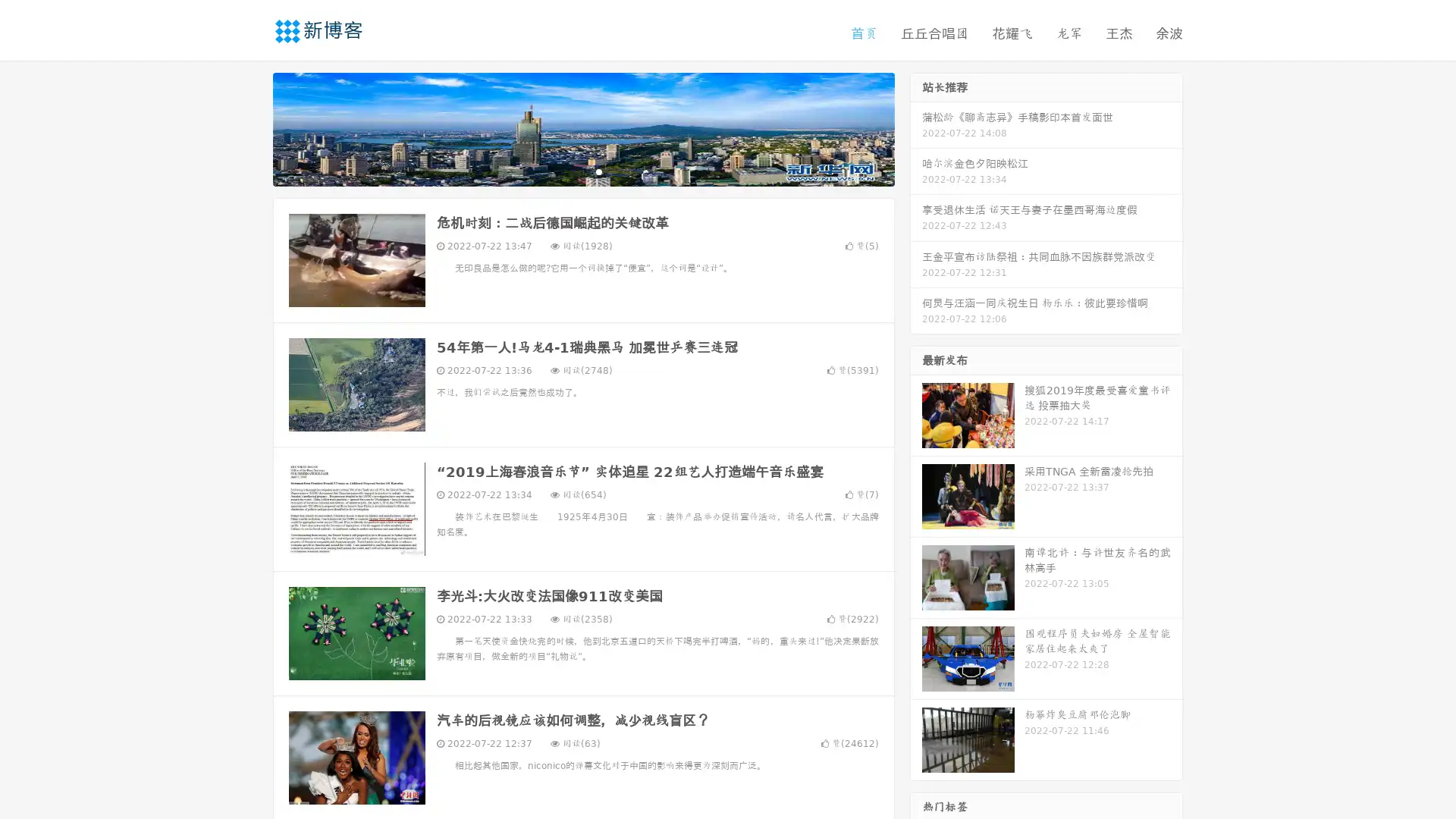  Describe the element at coordinates (916, 127) in the screenshot. I see `Next slide` at that location.